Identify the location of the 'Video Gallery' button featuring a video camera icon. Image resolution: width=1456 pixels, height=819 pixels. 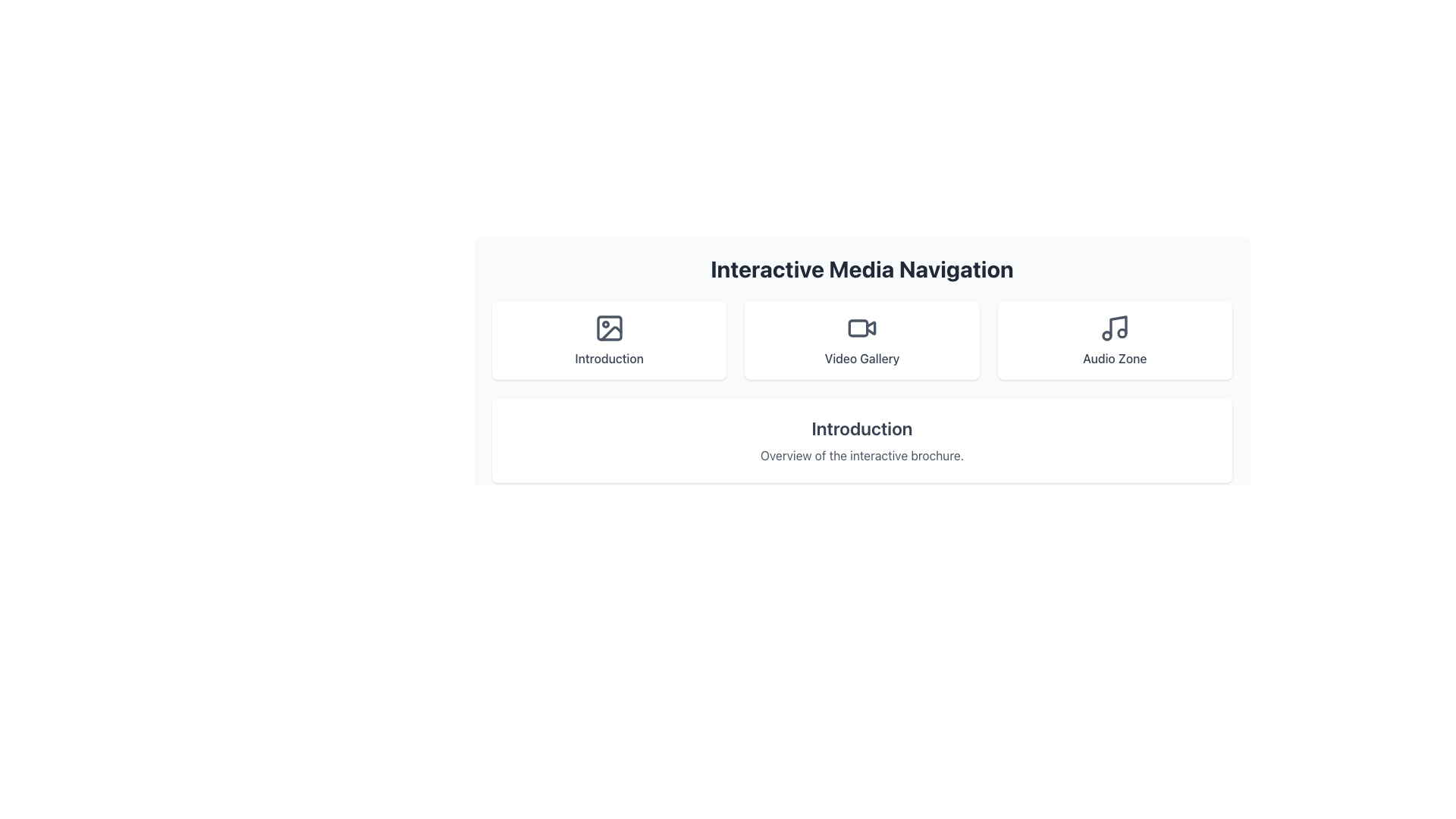
(861, 339).